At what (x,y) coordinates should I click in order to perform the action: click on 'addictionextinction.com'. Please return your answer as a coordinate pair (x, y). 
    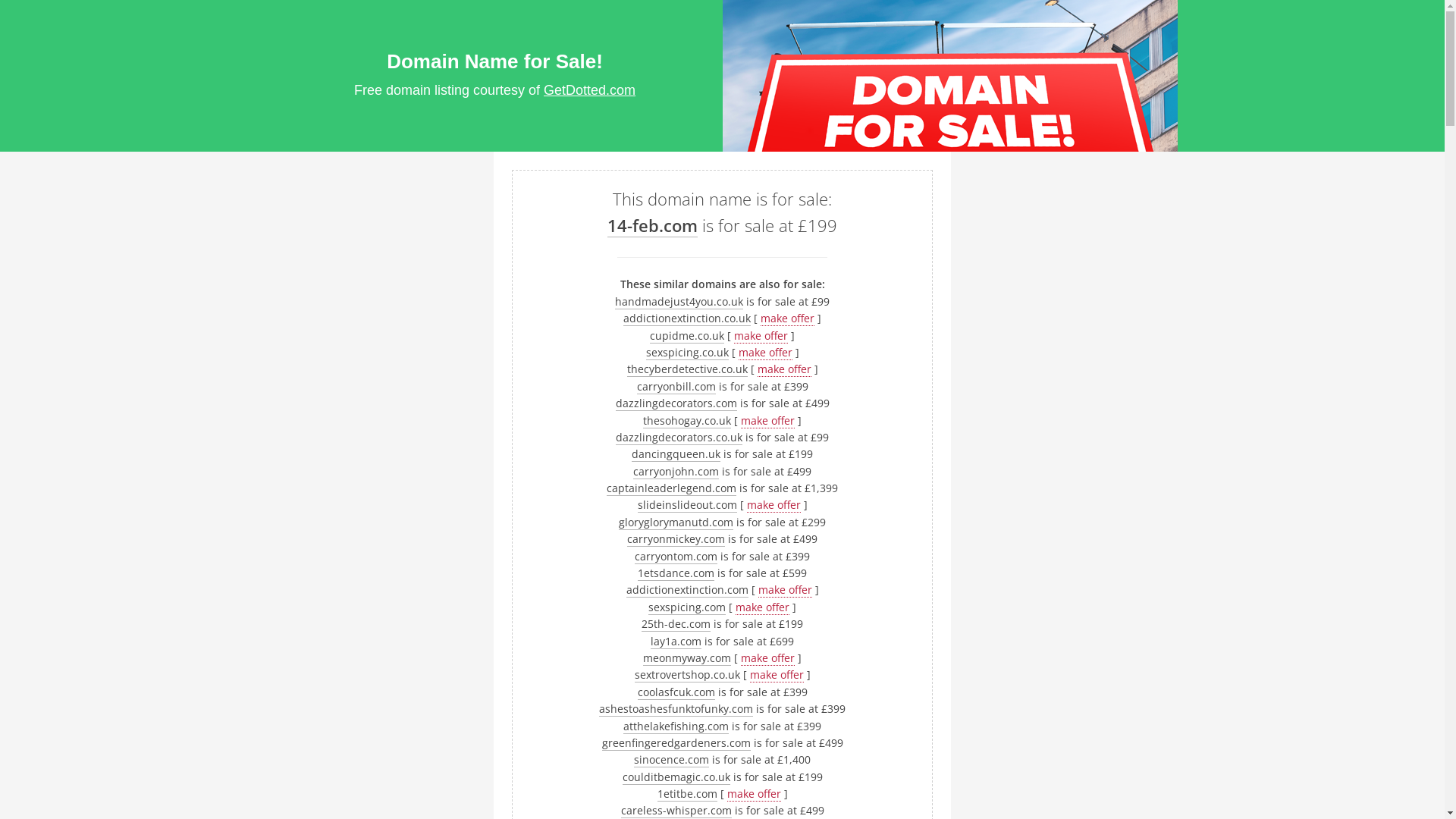
    Looking at the image, I should click on (686, 589).